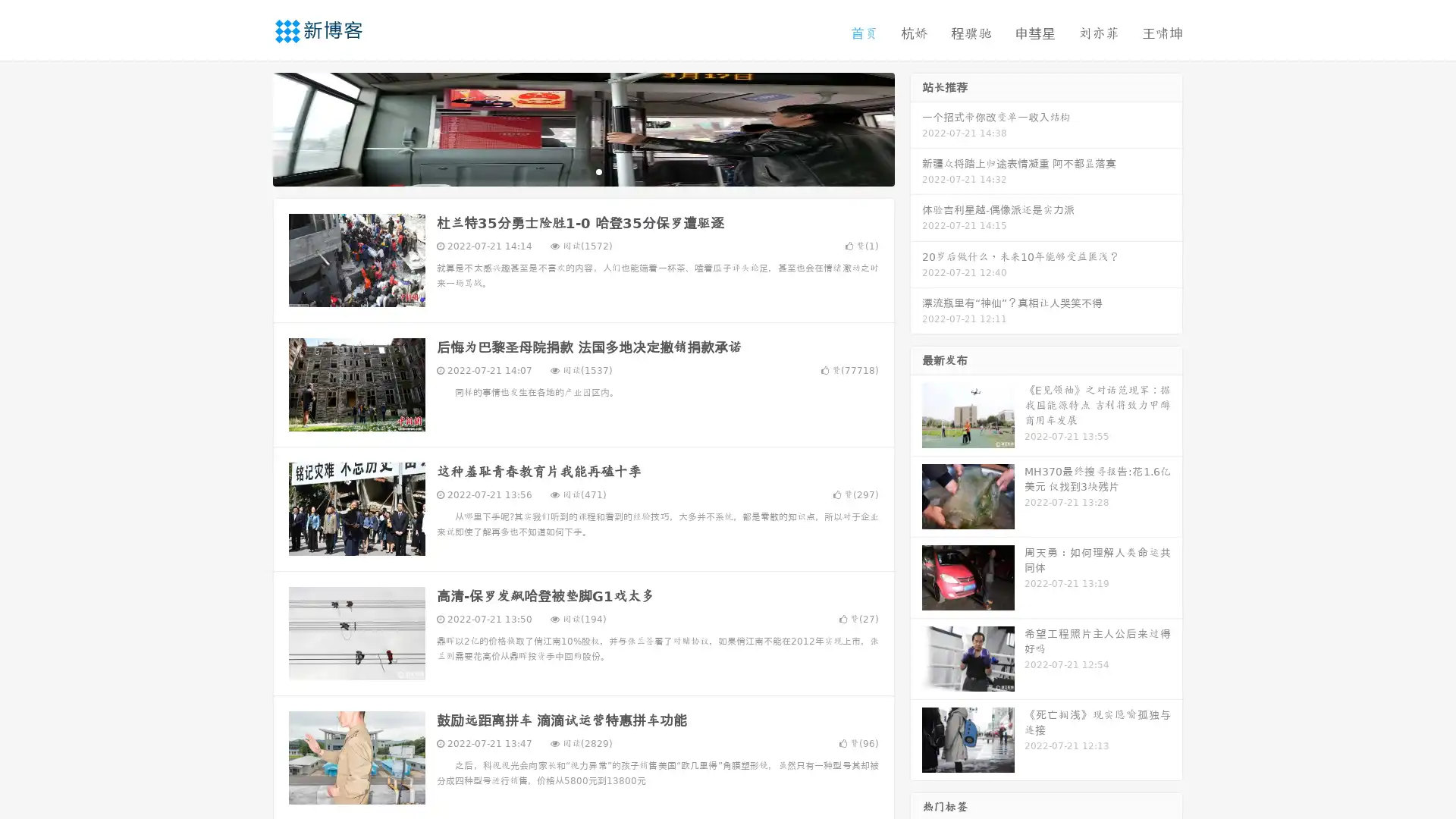 Image resolution: width=1456 pixels, height=819 pixels. I want to click on Go to slide 3, so click(598, 171).